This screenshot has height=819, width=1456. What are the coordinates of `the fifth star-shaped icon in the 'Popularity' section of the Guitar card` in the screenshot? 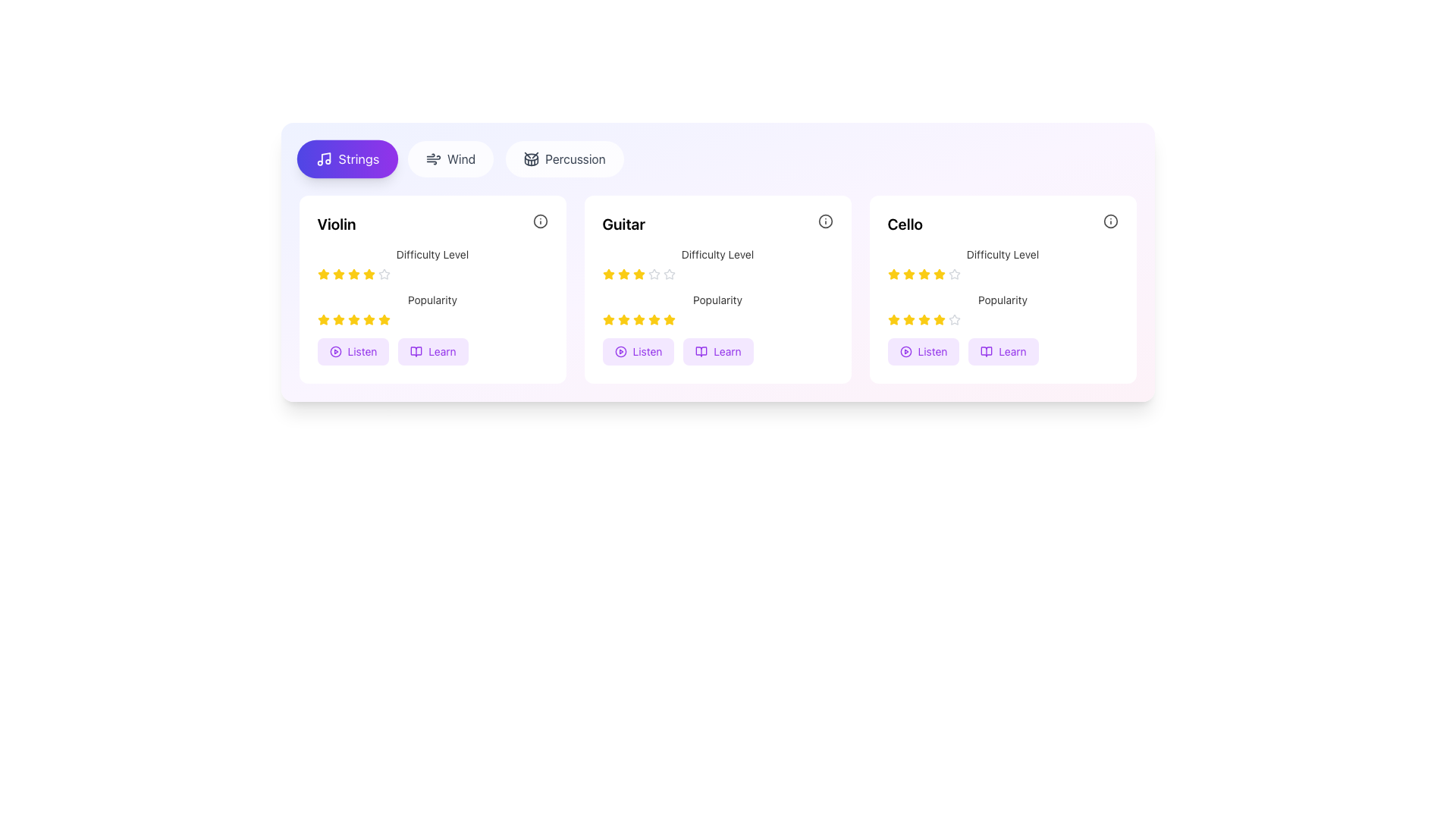 It's located at (639, 318).